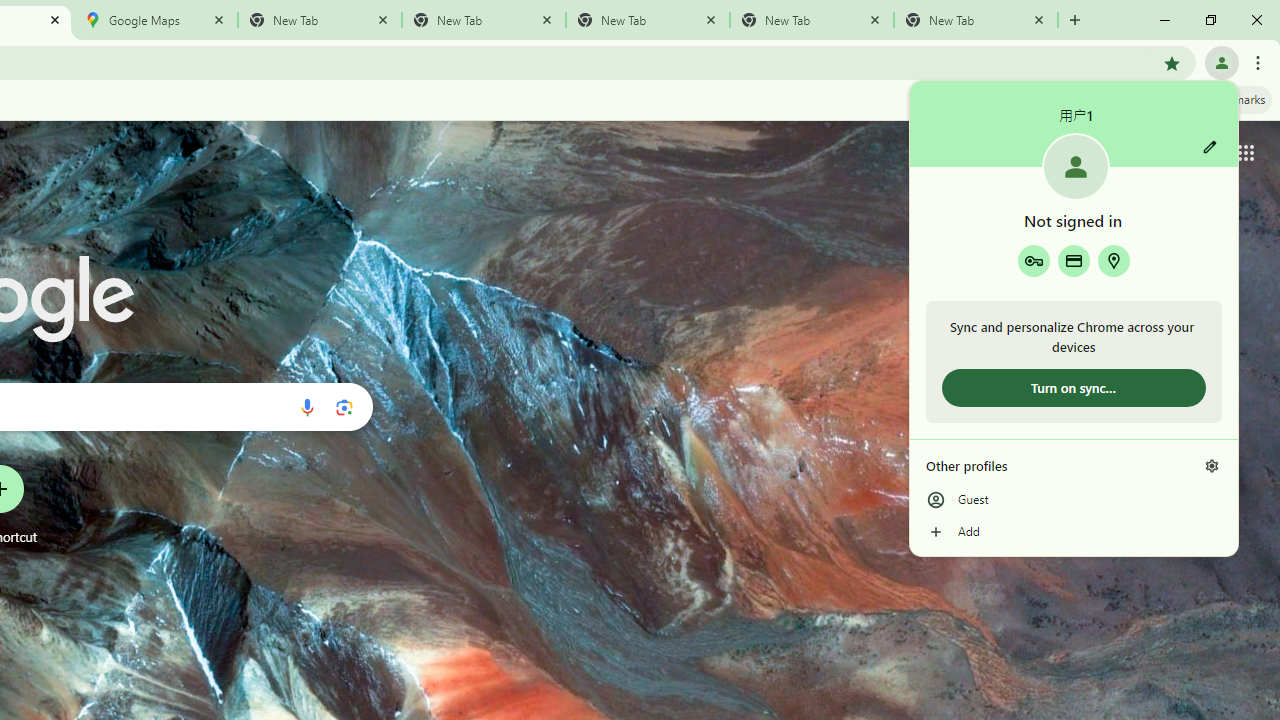  Describe the element at coordinates (1211, 465) in the screenshot. I see `'Manage profiles'` at that location.